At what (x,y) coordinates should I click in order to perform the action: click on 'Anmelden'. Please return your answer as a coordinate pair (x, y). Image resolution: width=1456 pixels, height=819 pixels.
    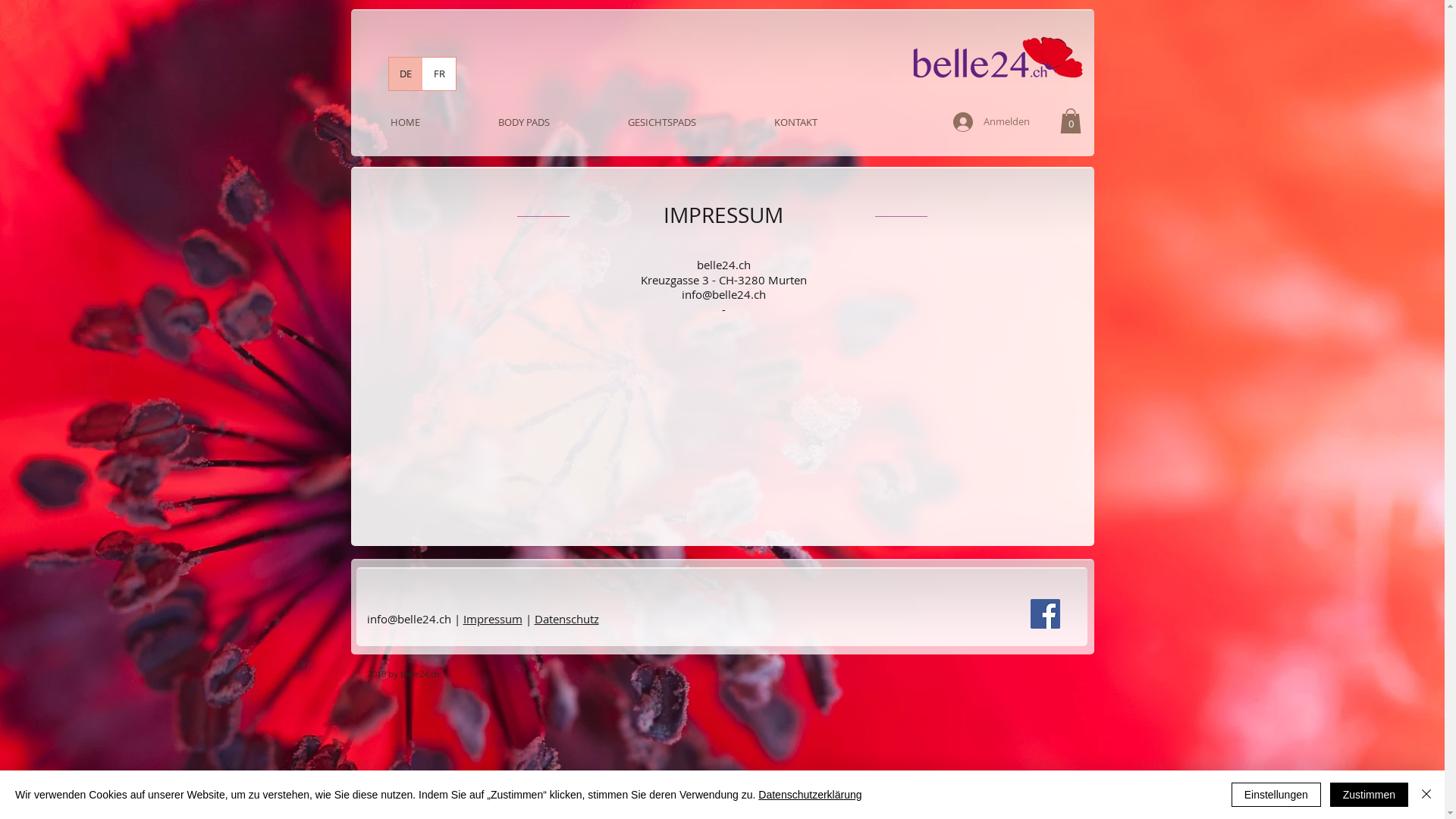
    Looking at the image, I should click on (941, 121).